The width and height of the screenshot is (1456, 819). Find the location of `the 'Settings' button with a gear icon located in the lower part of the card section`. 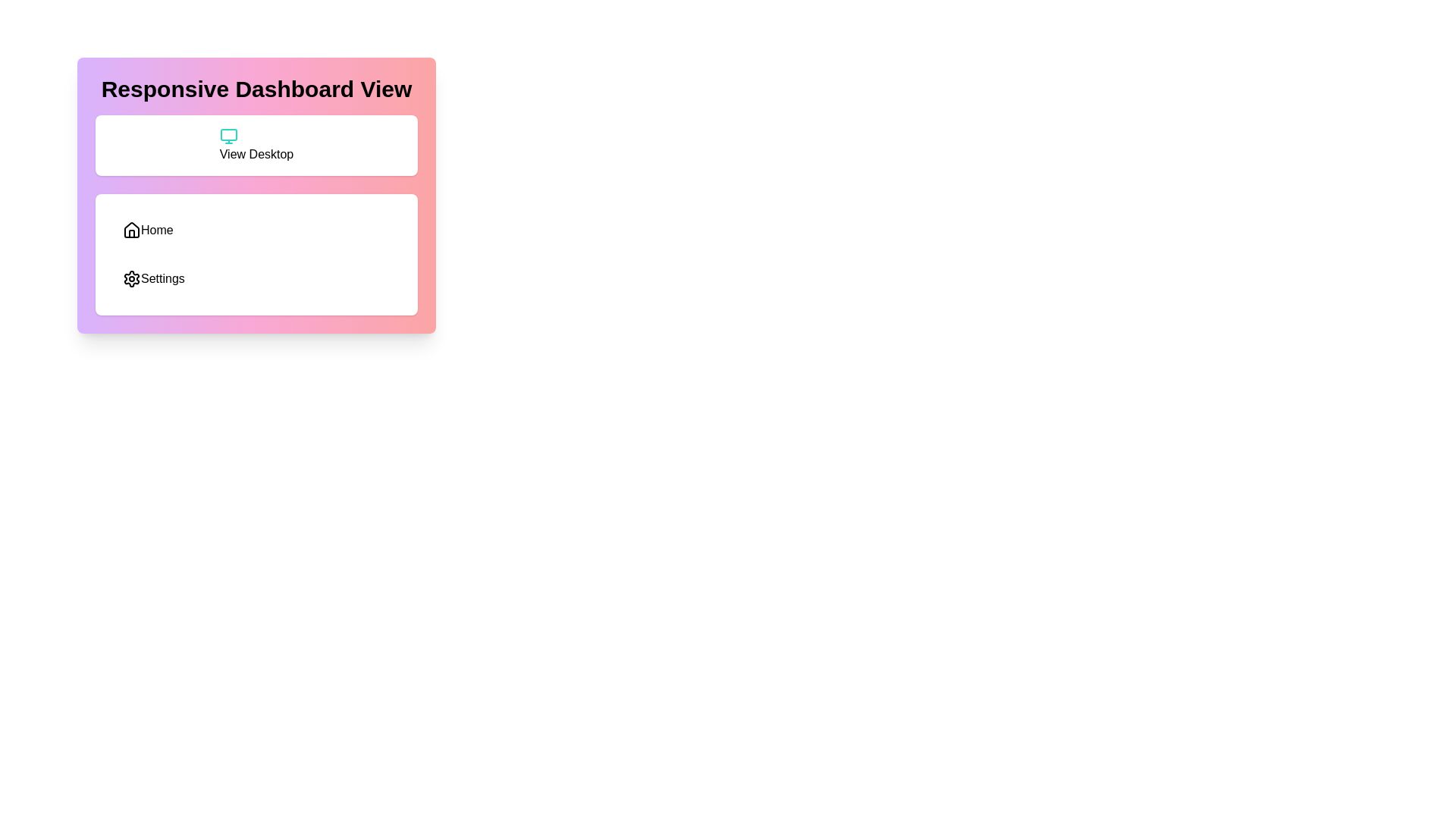

the 'Settings' button with a gear icon located in the lower part of the card section is located at coordinates (153, 278).